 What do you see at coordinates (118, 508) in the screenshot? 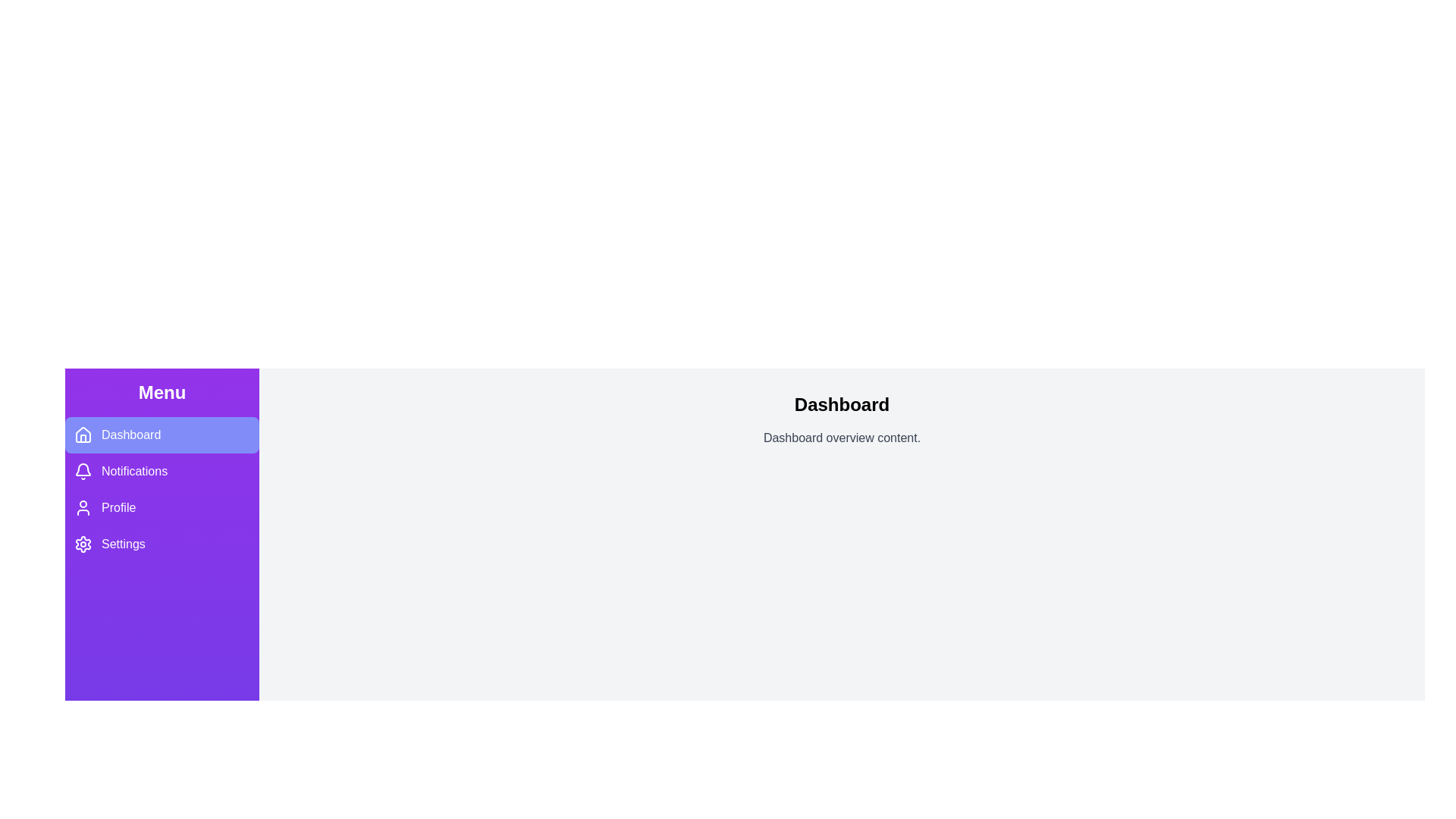
I see `the 'Profile' text label in the sidebar menu` at bounding box center [118, 508].